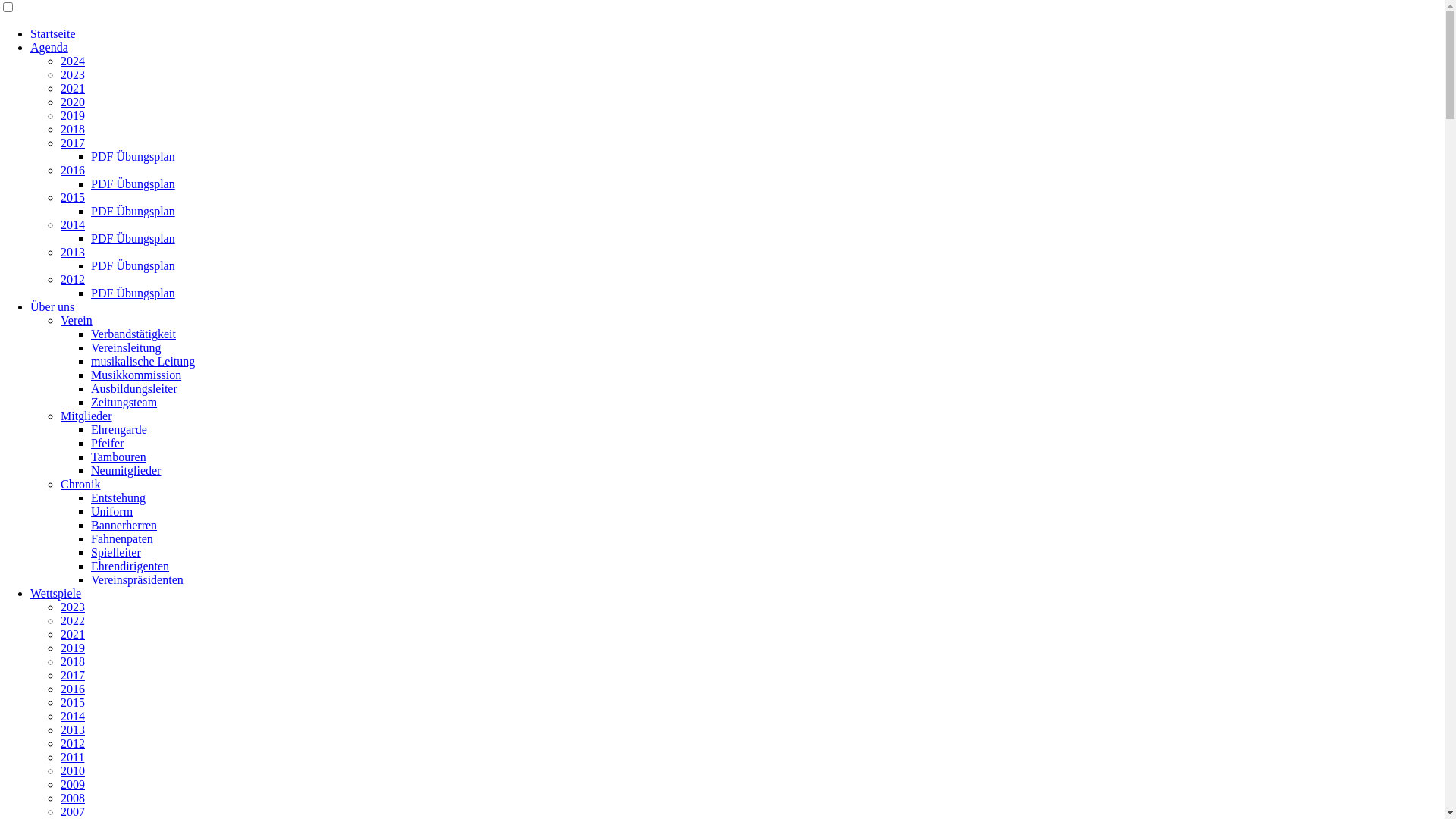  Describe the element at coordinates (61, 620) in the screenshot. I see `'2022'` at that location.